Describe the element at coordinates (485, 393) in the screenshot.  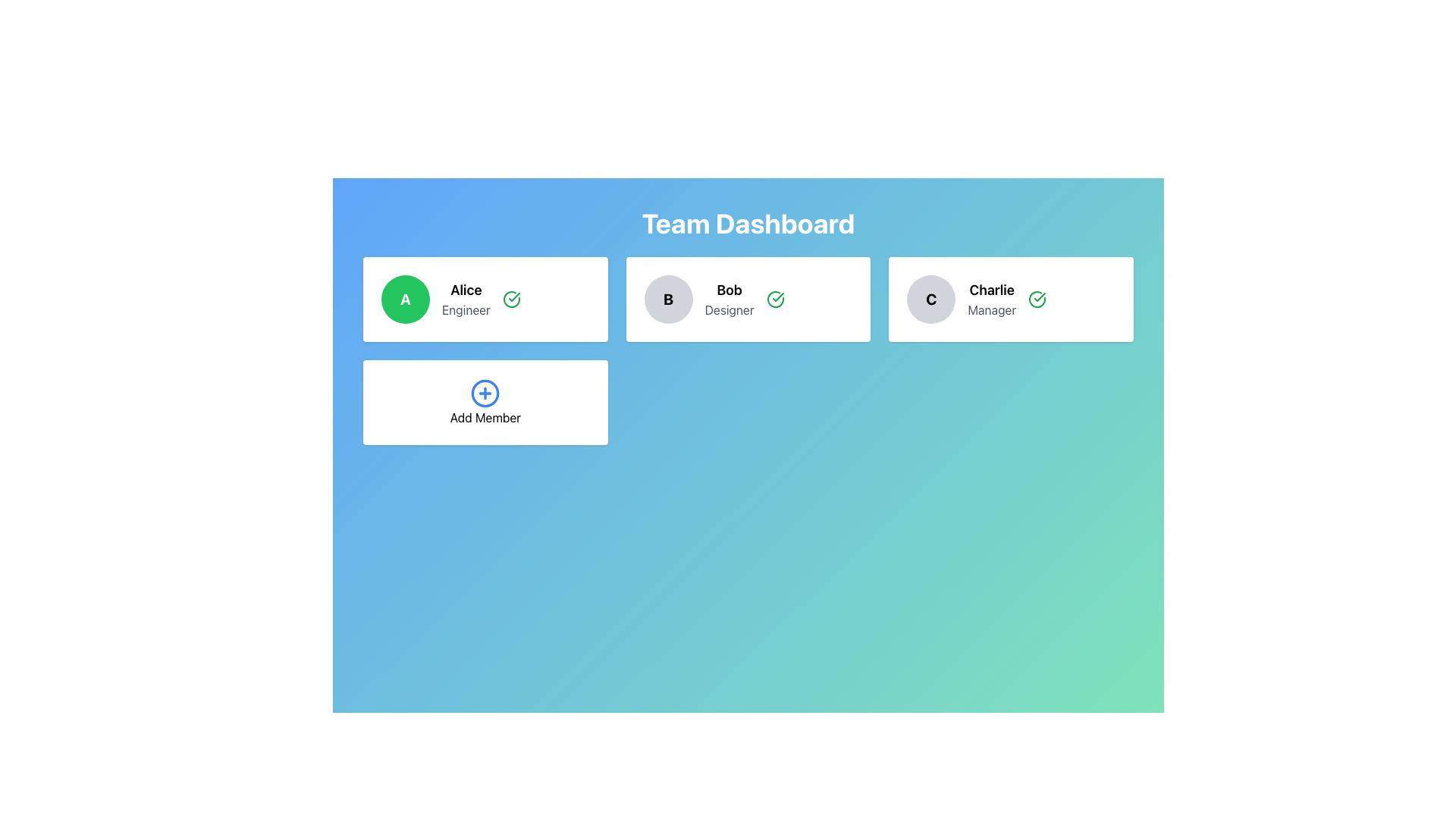
I see `the inner SVG Circle which is part of the 'Add Member' icon located at the center of the button on the dashboard` at that location.